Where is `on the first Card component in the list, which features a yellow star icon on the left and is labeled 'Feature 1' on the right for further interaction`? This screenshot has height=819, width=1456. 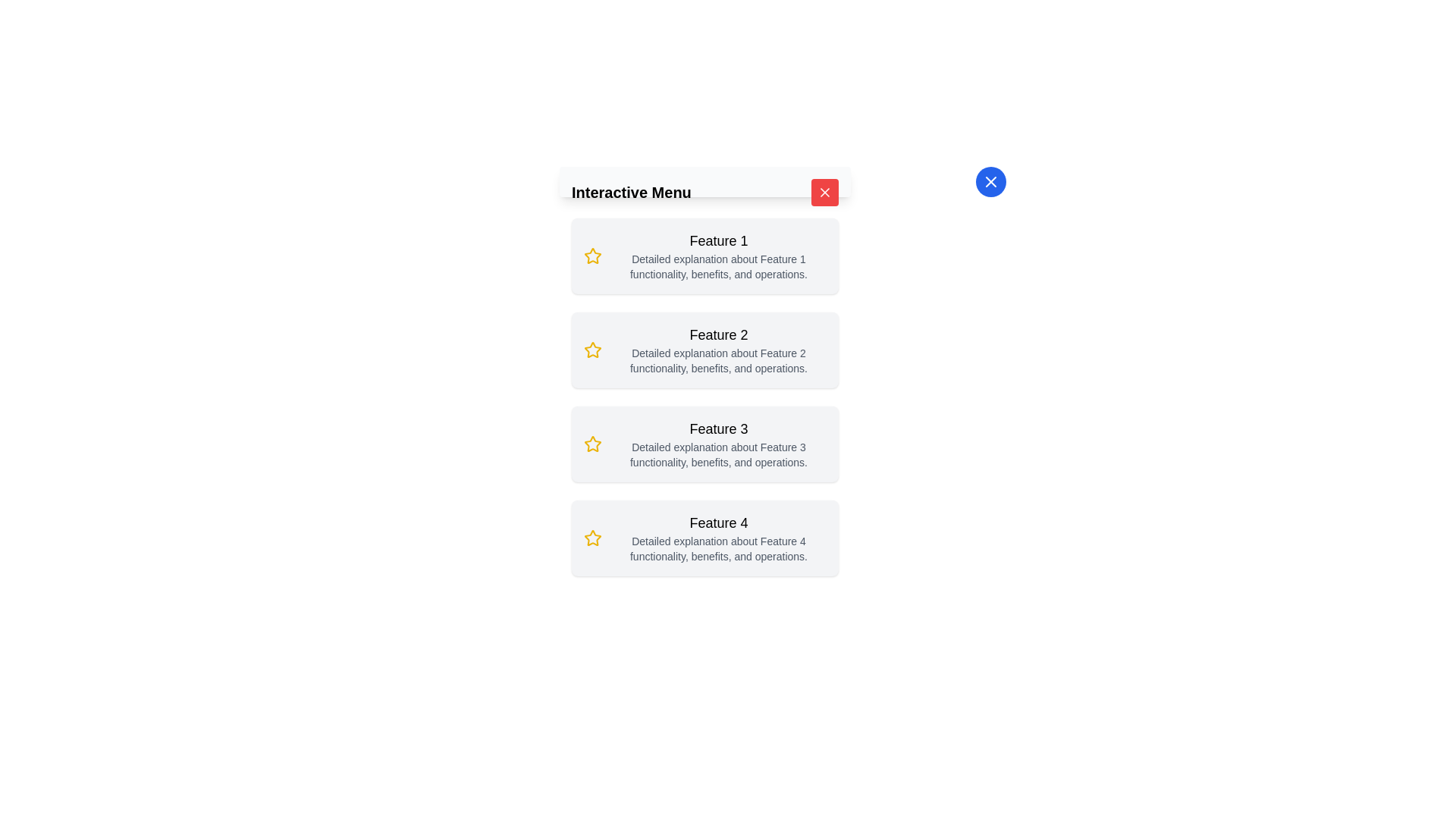 on the first Card component in the list, which features a yellow star icon on the left and is labeled 'Feature 1' on the right for further interaction is located at coordinates (704, 256).